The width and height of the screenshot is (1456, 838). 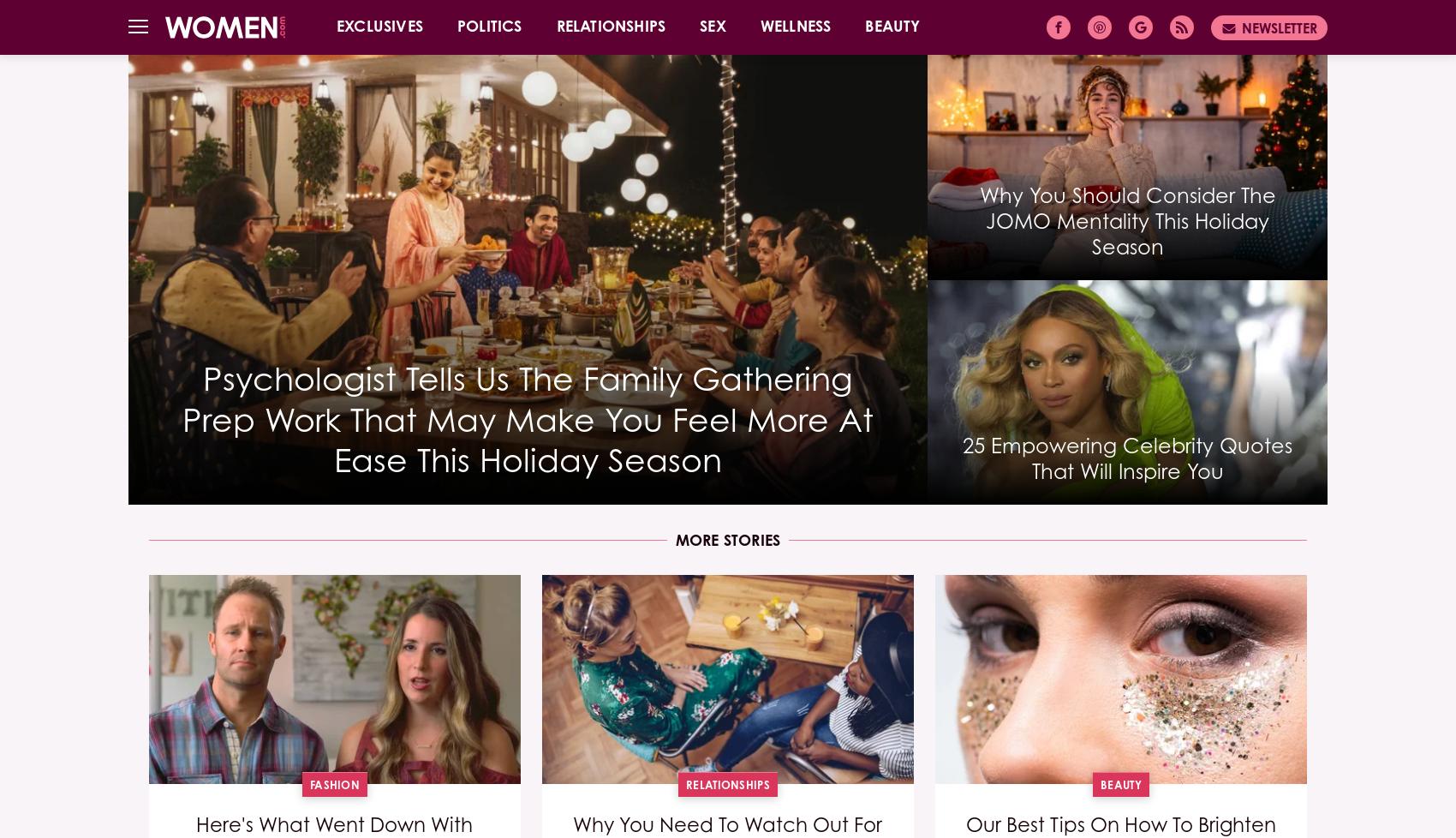 What do you see at coordinates (182, 419) in the screenshot?
I see `'Psychologist Tells Us The Family Gathering Prep Work That May Make You Feel More At Ease This Holiday Season'` at bounding box center [182, 419].